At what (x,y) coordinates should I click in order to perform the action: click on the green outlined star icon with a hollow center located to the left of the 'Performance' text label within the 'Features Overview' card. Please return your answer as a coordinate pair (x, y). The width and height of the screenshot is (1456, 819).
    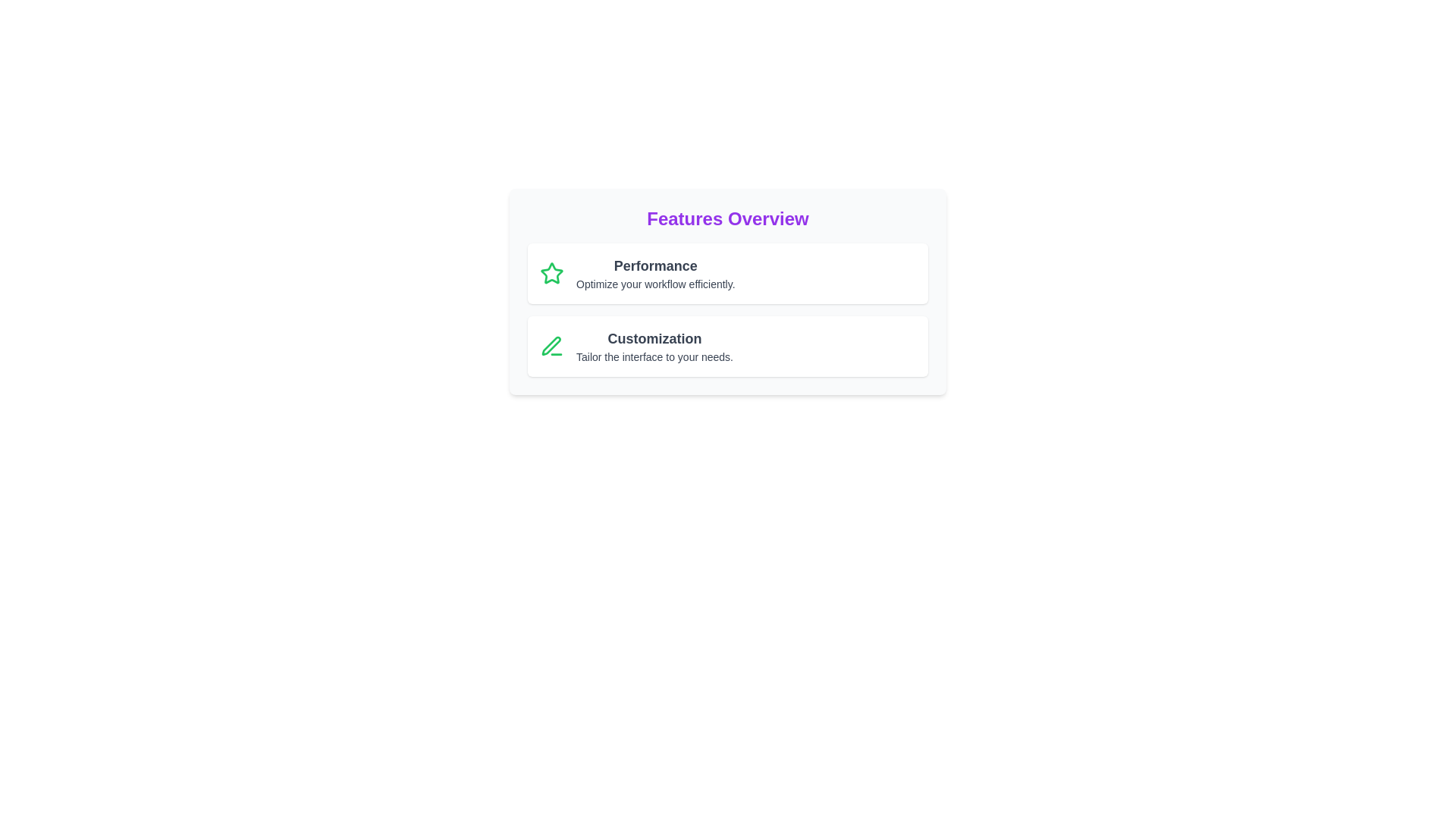
    Looking at the image, I should click on (551, 273).